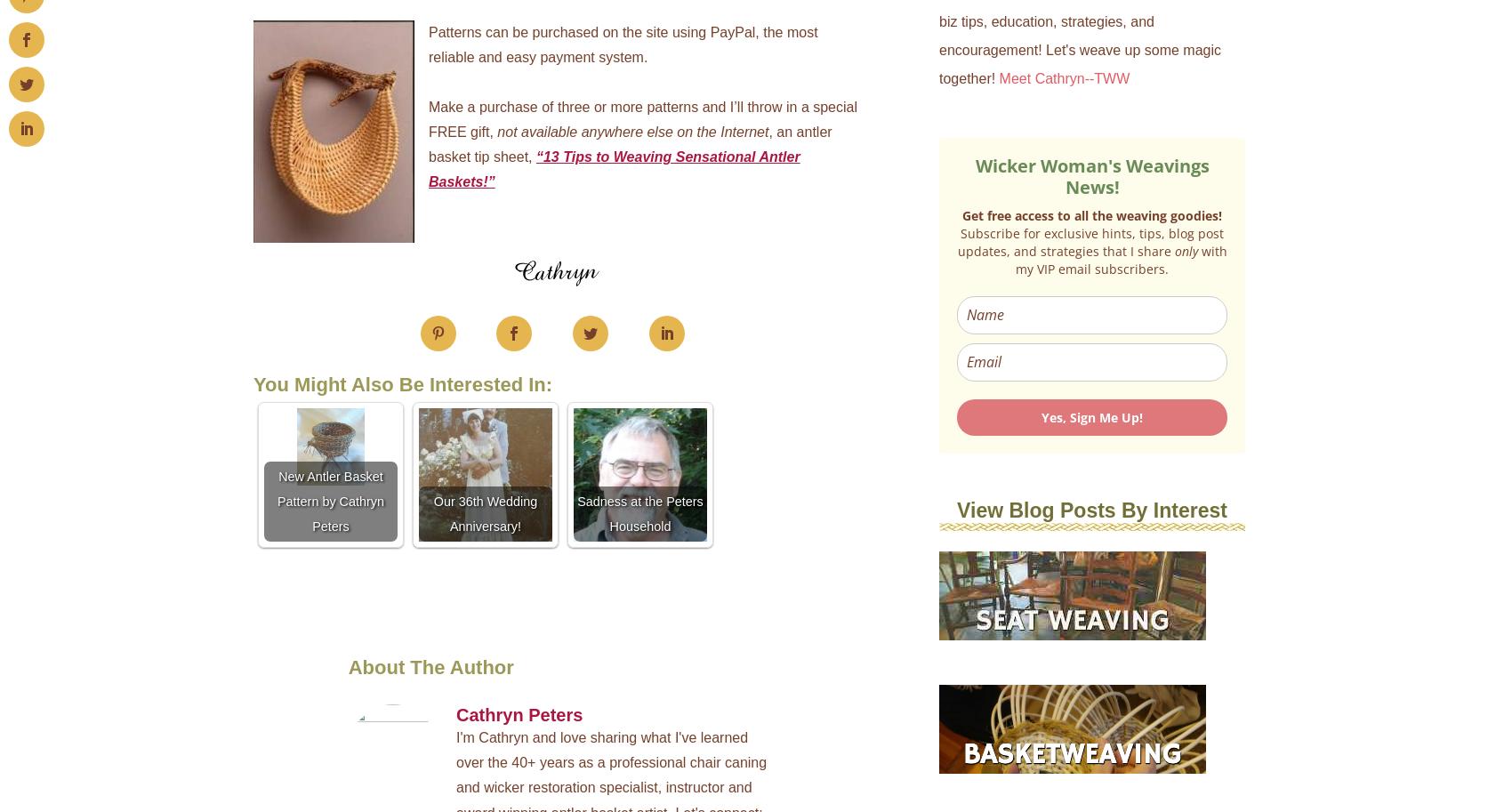  I want to click on 'with my VIP email subscribers.', so click(1016, 258).